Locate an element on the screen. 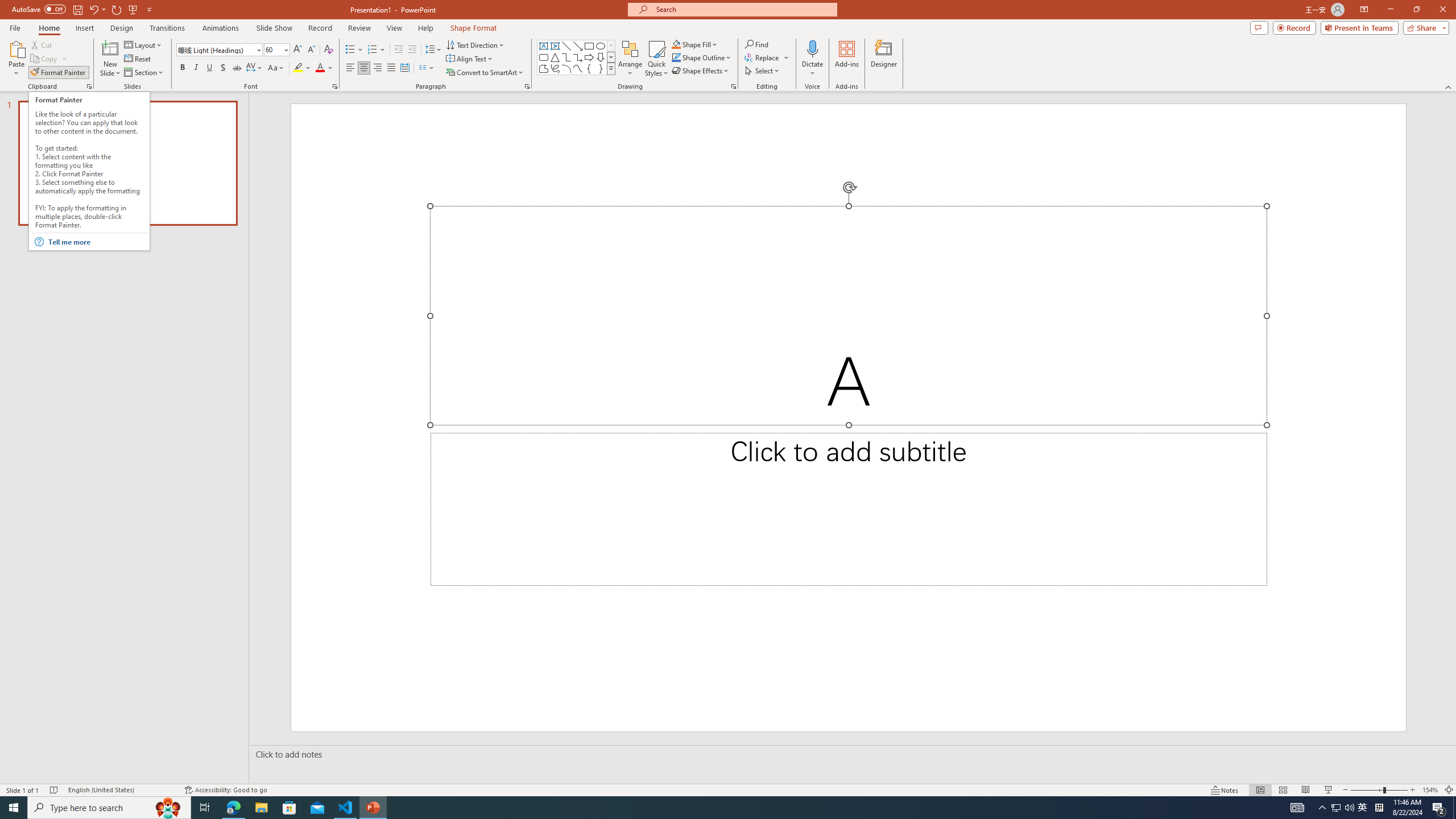 The image size is (1456, 819). 'Zoom 154%' is located at coordinates (1430, 790).